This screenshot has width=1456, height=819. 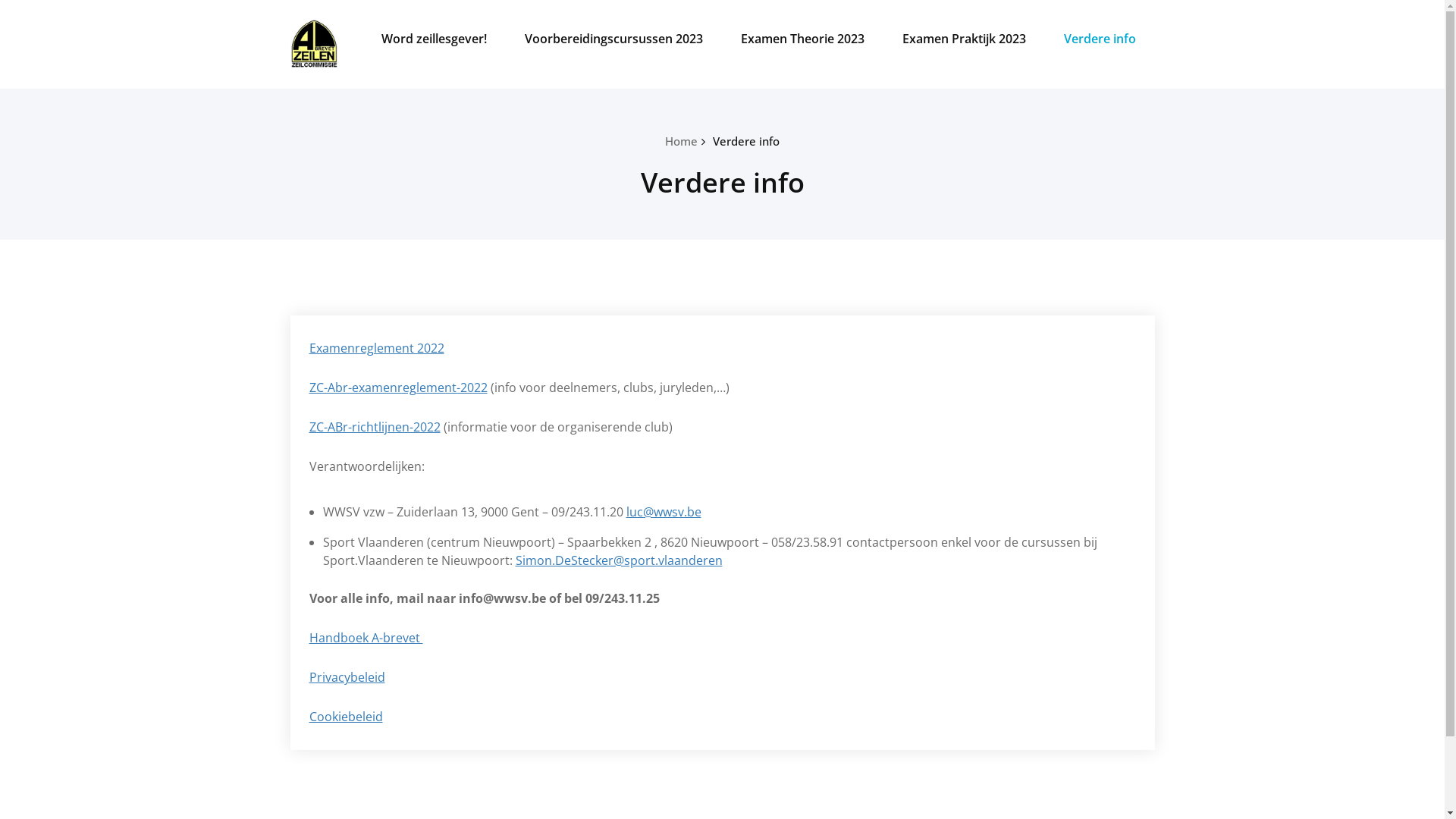 What do you see at coordinates (664, 512) in the screenshot?
I see `'luc@wwsv.be'` at bounding box center [664, 512].